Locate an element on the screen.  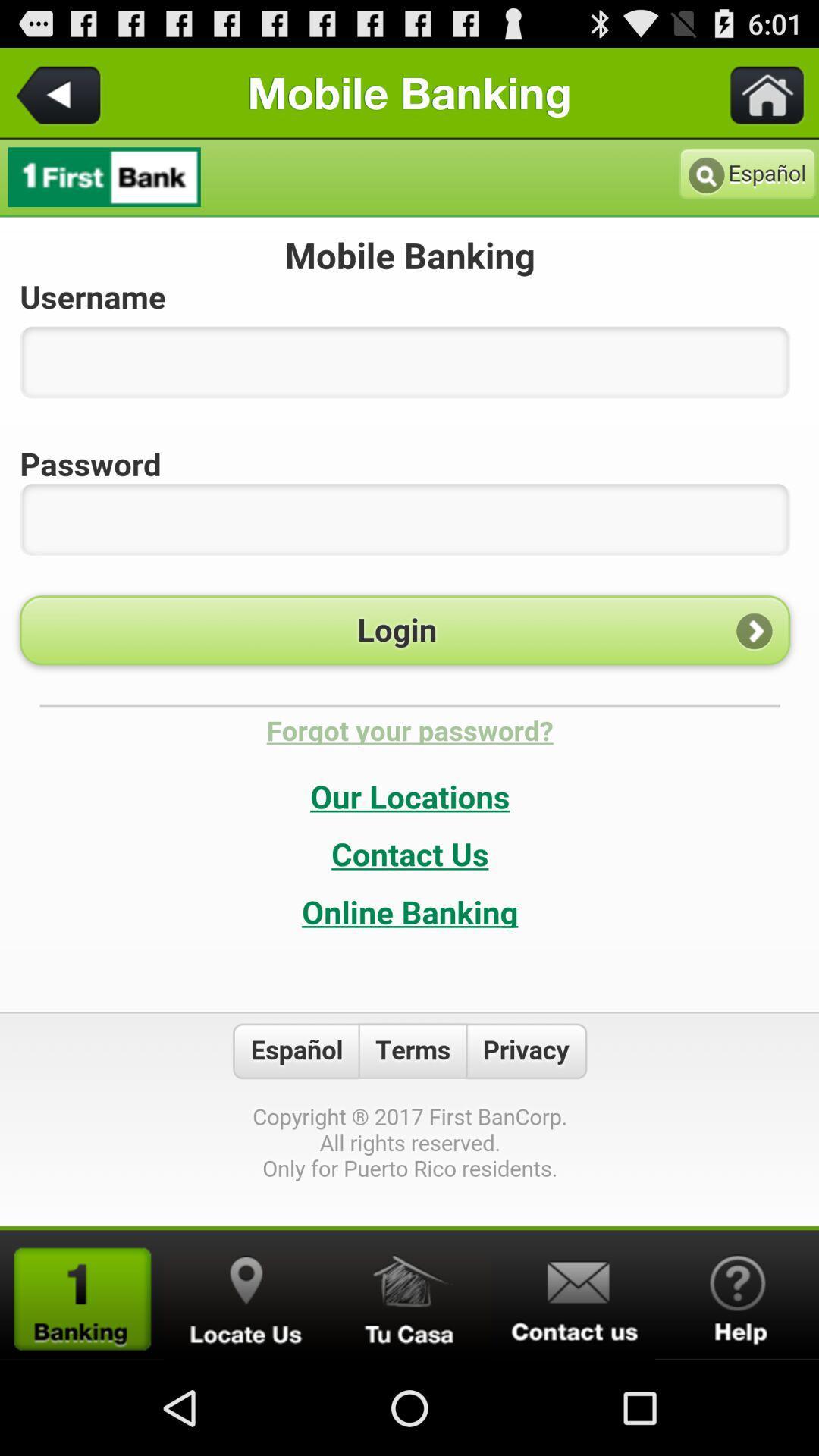
homepage is located at coordinates (82, 1294).